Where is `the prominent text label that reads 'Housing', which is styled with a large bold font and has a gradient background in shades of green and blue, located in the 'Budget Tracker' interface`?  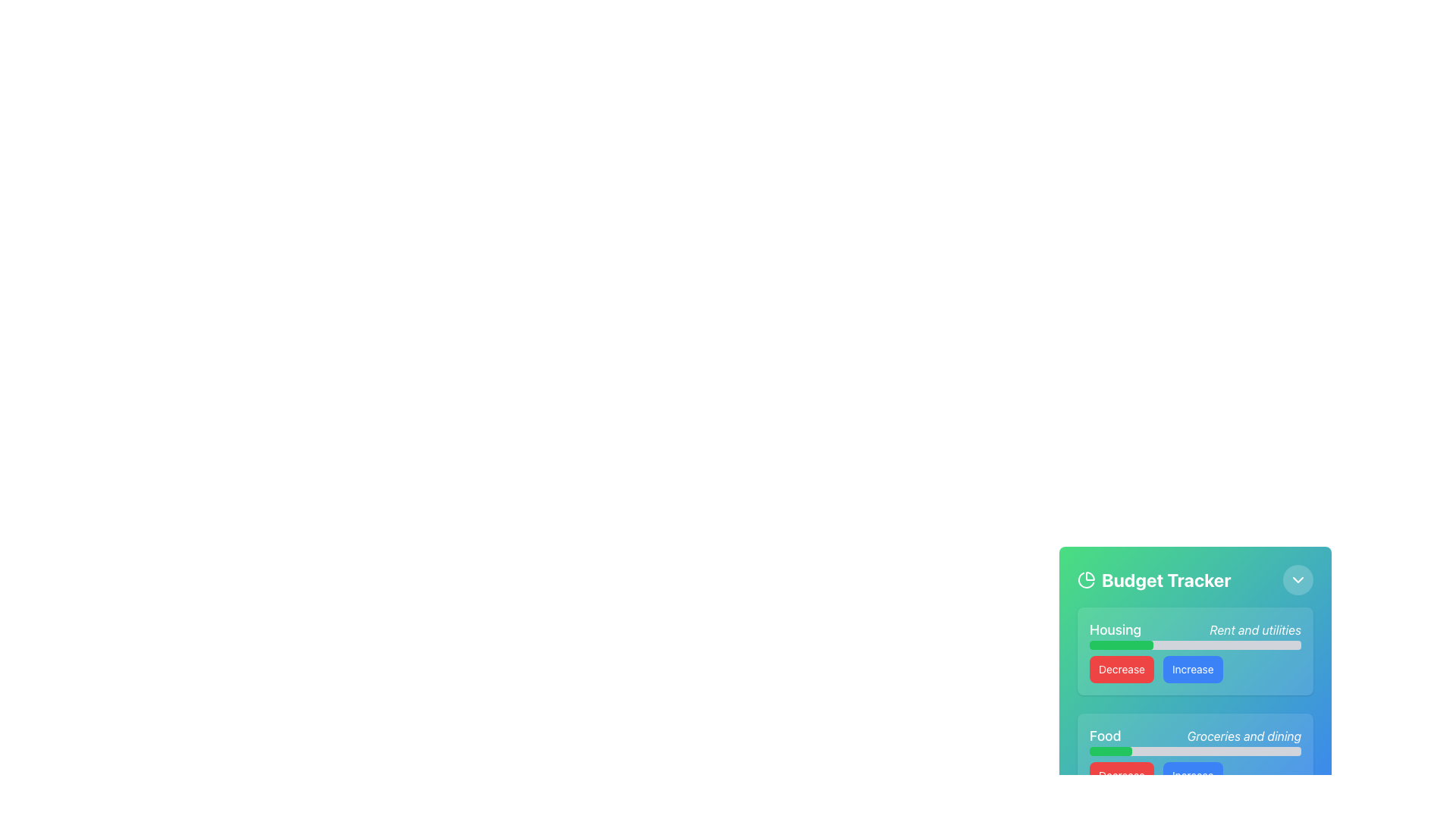 the prominent text label that reads 'Housing', which is styled with a large bold font and has a gradient background in shades of green and blue, located in the 'Budget Tracker' interface is located at coordinates (1116, 629).